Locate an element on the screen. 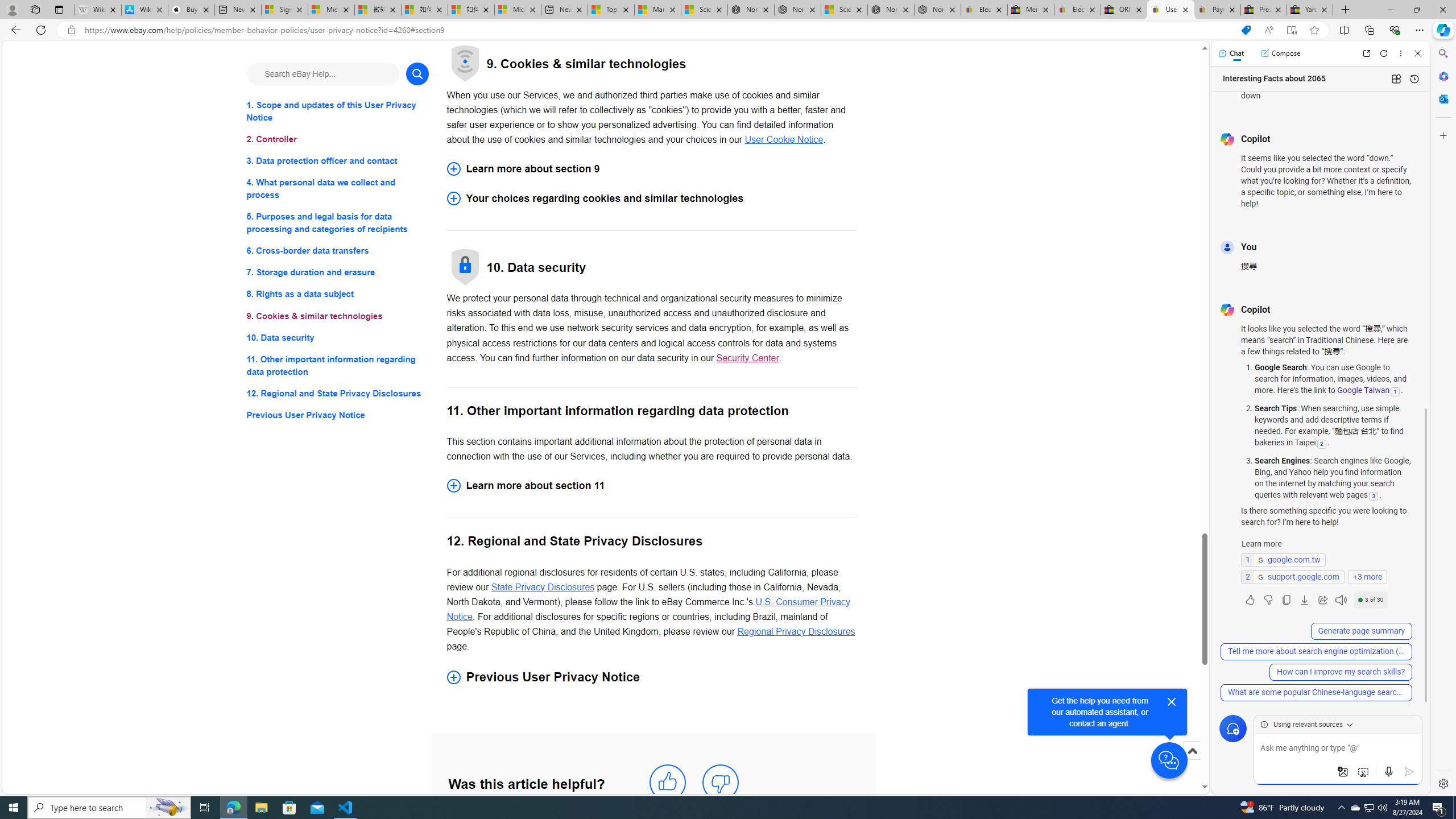 The width and height of the screenshot is (1456, 819). 'mark this article not helpful' is located at coordinates (721, 782).